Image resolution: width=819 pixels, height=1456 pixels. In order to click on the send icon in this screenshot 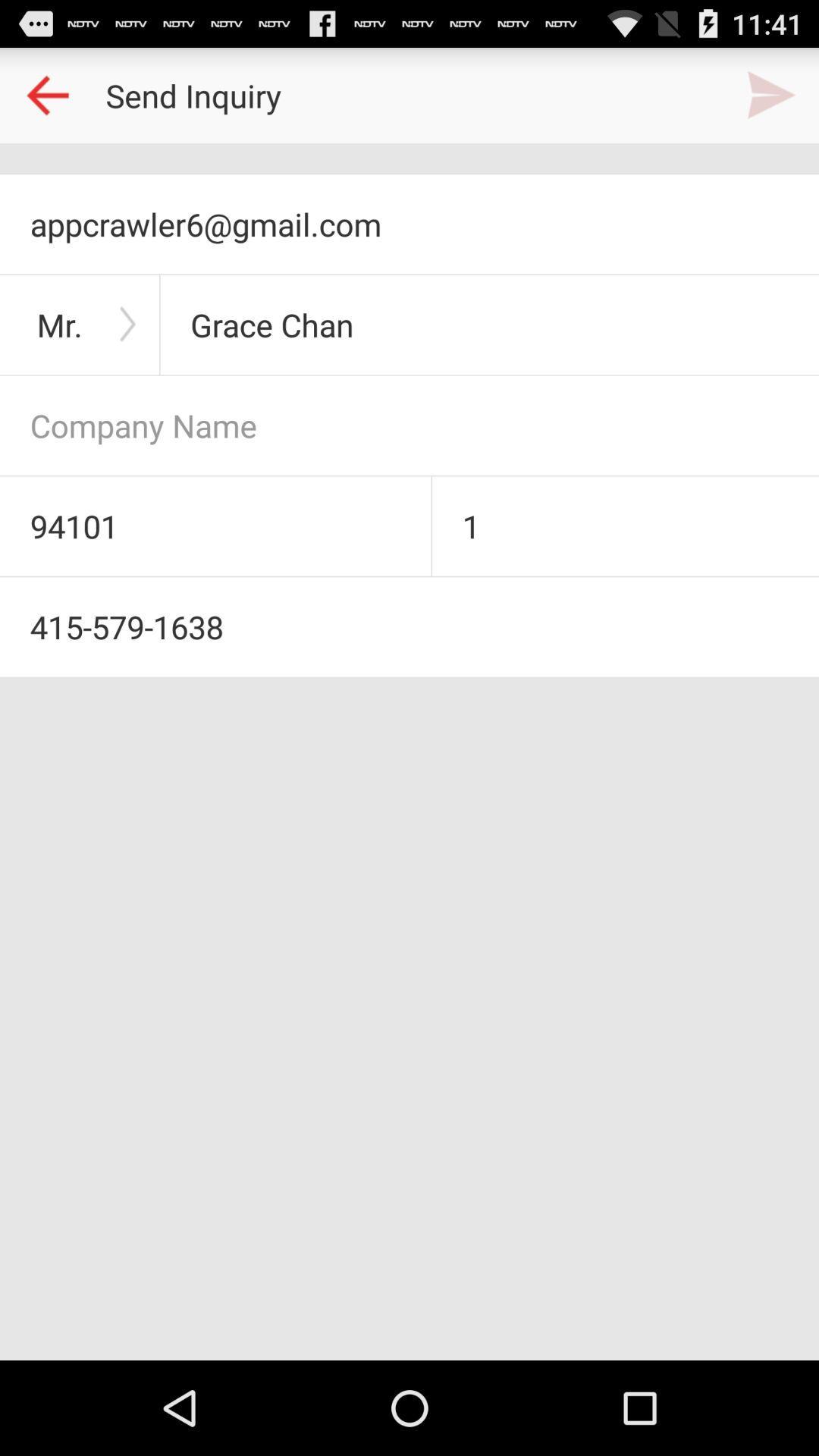, I will do `click(771, 101)`.